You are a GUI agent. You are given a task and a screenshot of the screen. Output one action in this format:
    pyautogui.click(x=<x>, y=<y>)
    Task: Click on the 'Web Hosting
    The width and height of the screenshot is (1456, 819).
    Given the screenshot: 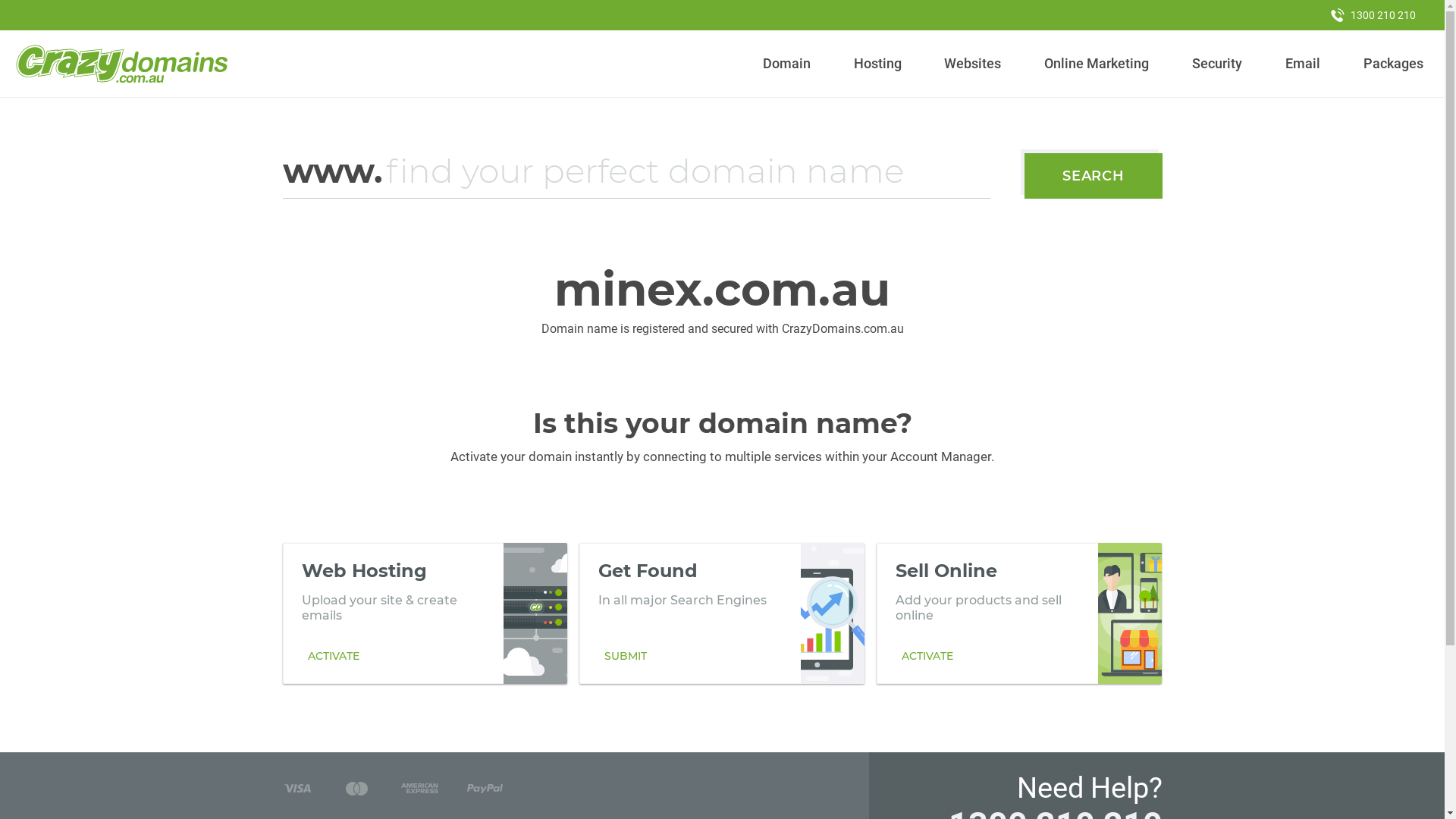 What is the action you would take?
    pyautogui.click(x=425, y=613)
    